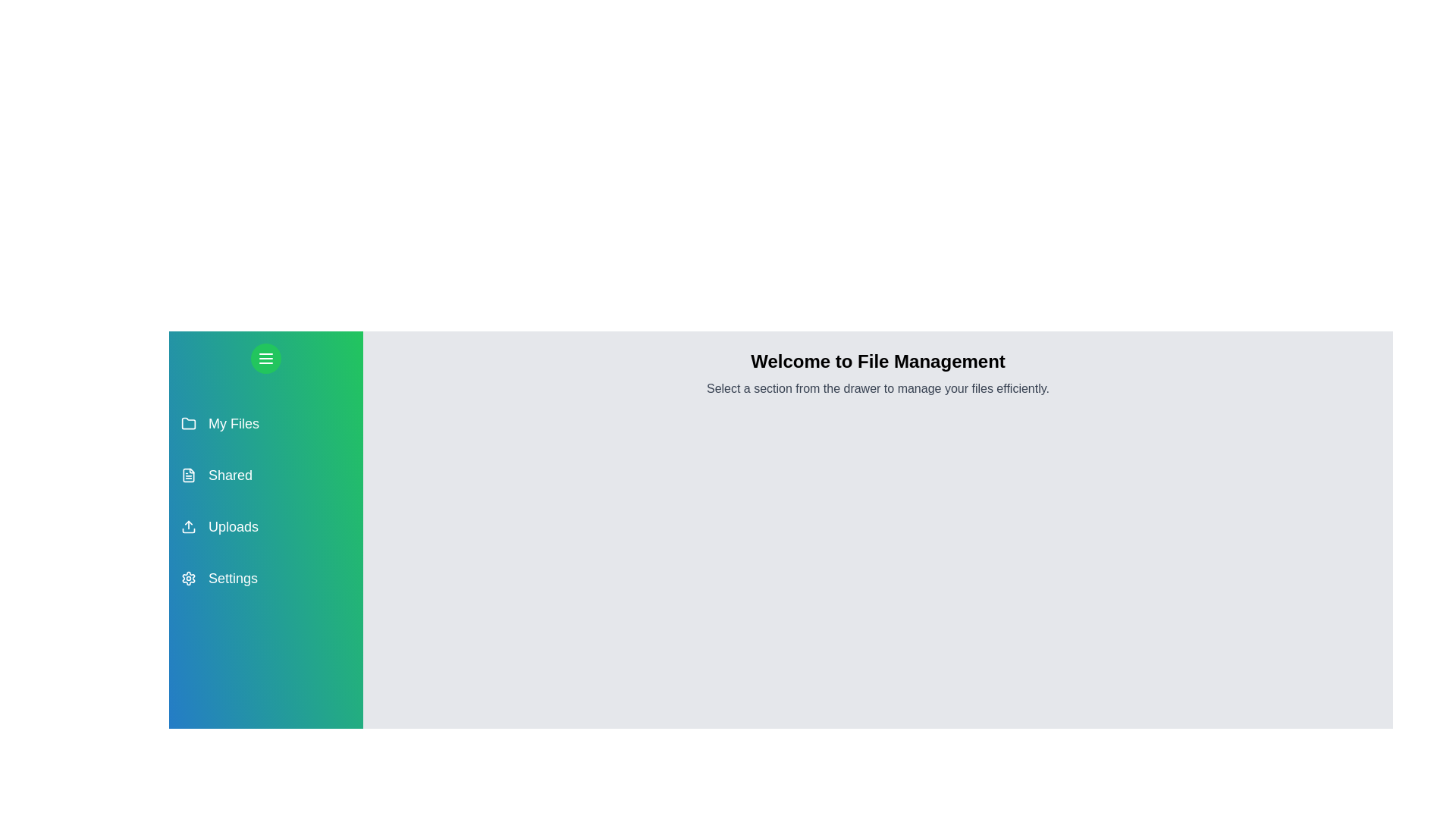 The height and width of the screenshot is (819, 1456). Describe the element at coordinates (265, 475) in the screenshot. I see `the section Shared from the drawer` at that location.